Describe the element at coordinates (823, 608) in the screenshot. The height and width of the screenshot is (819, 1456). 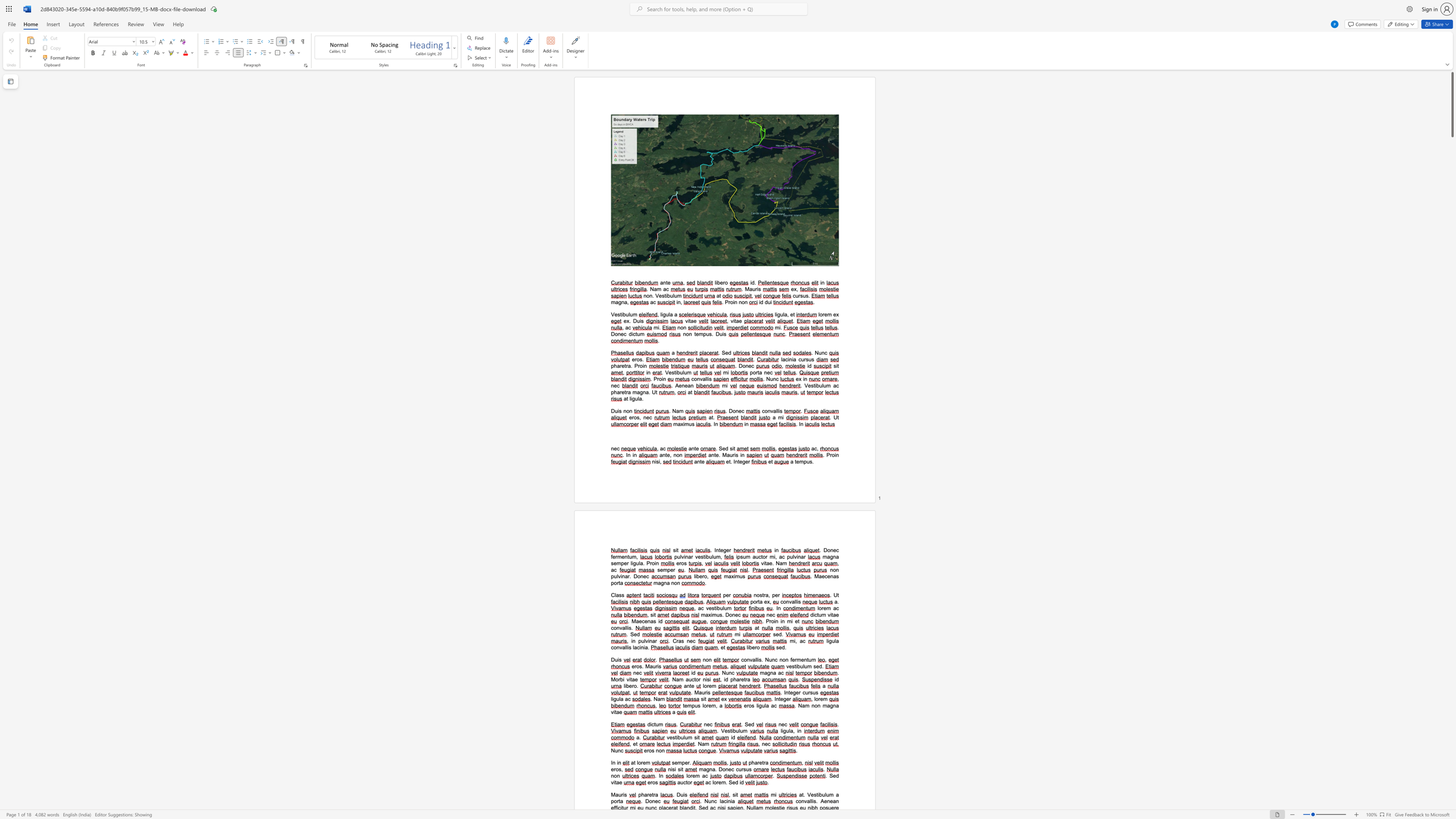
I see `the space between the continuous character "r" and "e" in the text` at that location.